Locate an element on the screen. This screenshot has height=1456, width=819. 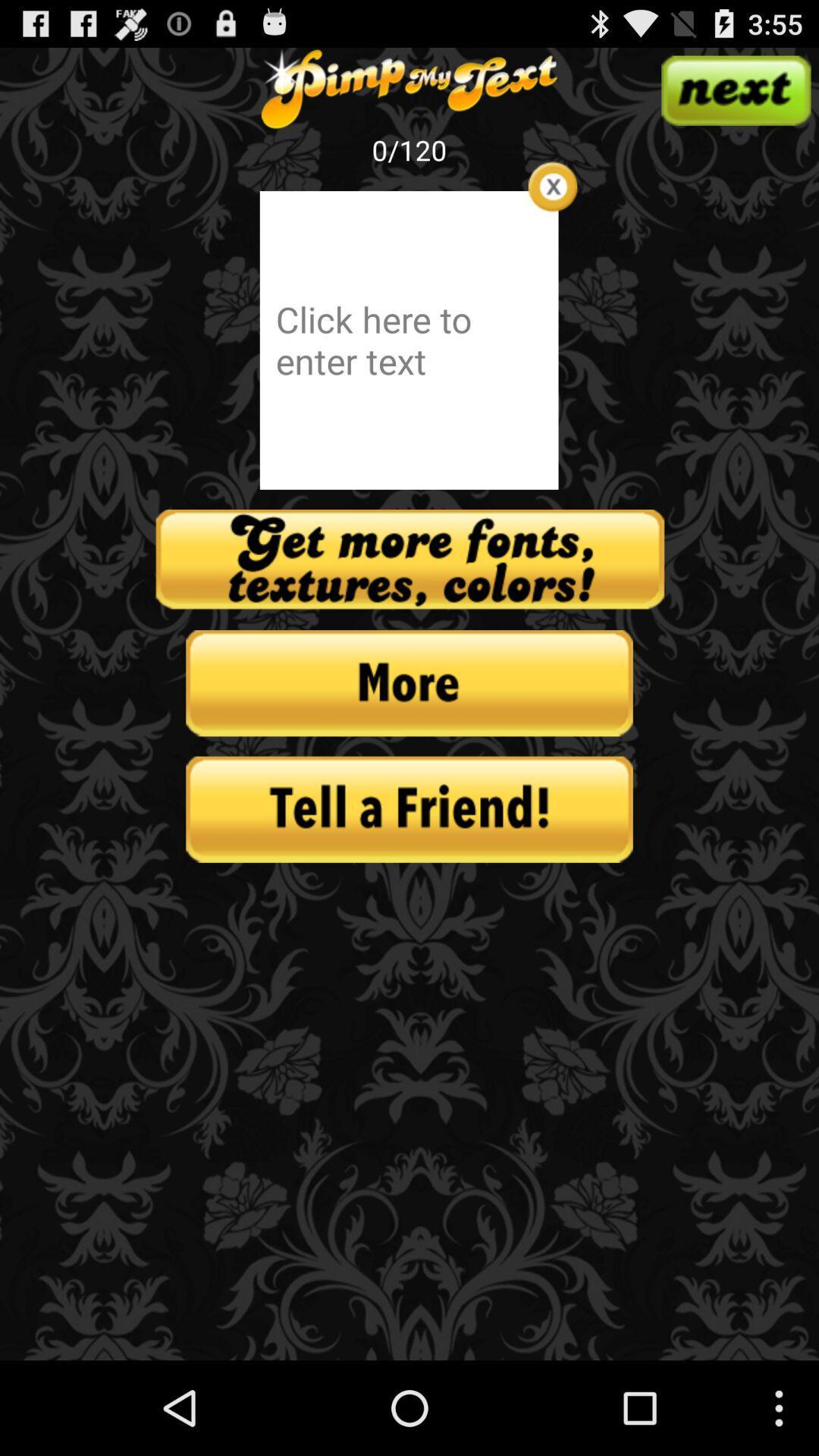
next option is located at coordinates (735, 89).